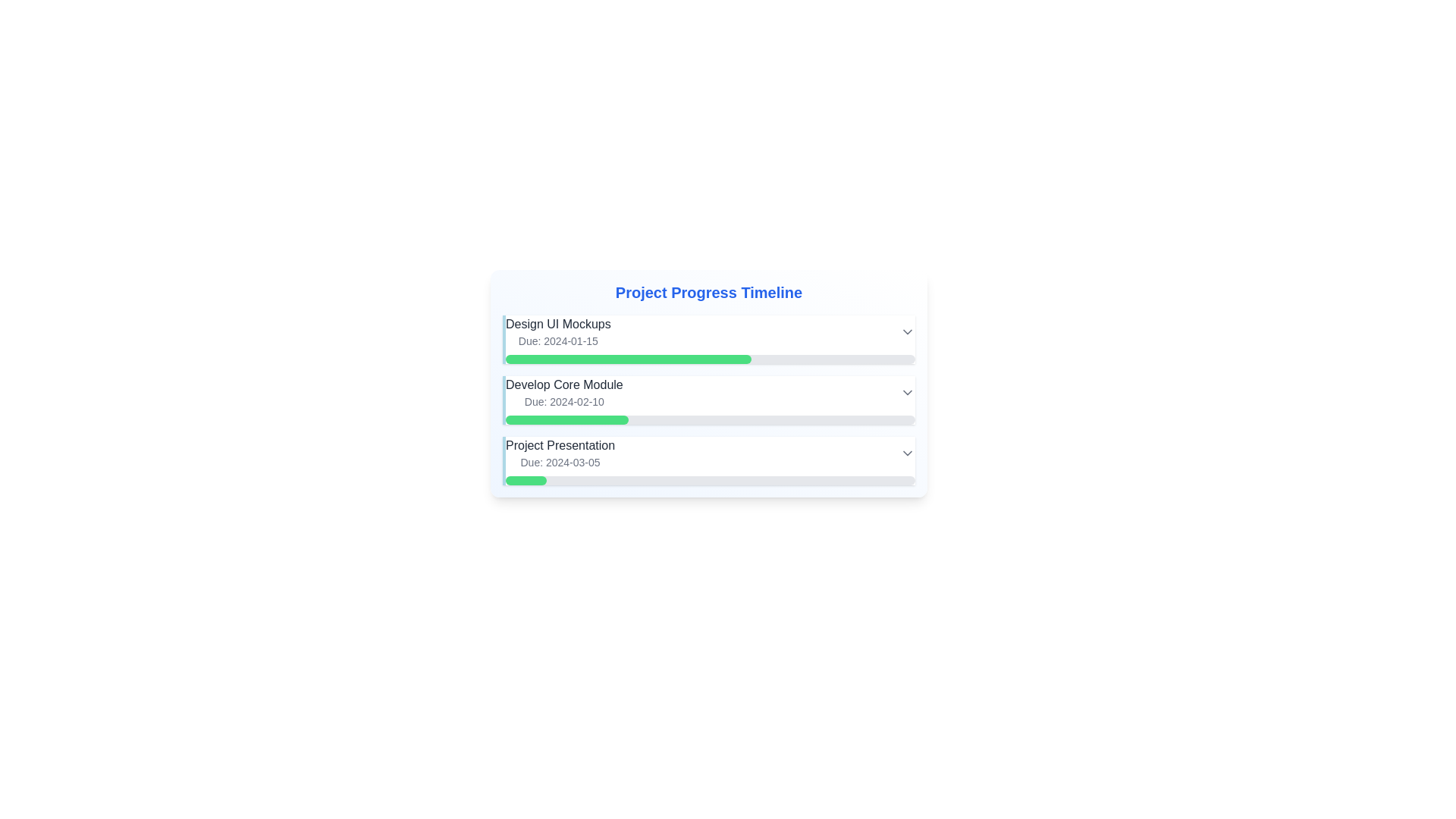 This screenshot has height=819, width=1456. I want to click on the current progress of the progress bar located directly below the text 'Due: 2024-02-10' in the 'Develop Core Module' task card by clicking on the filled section, so click(709, 420).